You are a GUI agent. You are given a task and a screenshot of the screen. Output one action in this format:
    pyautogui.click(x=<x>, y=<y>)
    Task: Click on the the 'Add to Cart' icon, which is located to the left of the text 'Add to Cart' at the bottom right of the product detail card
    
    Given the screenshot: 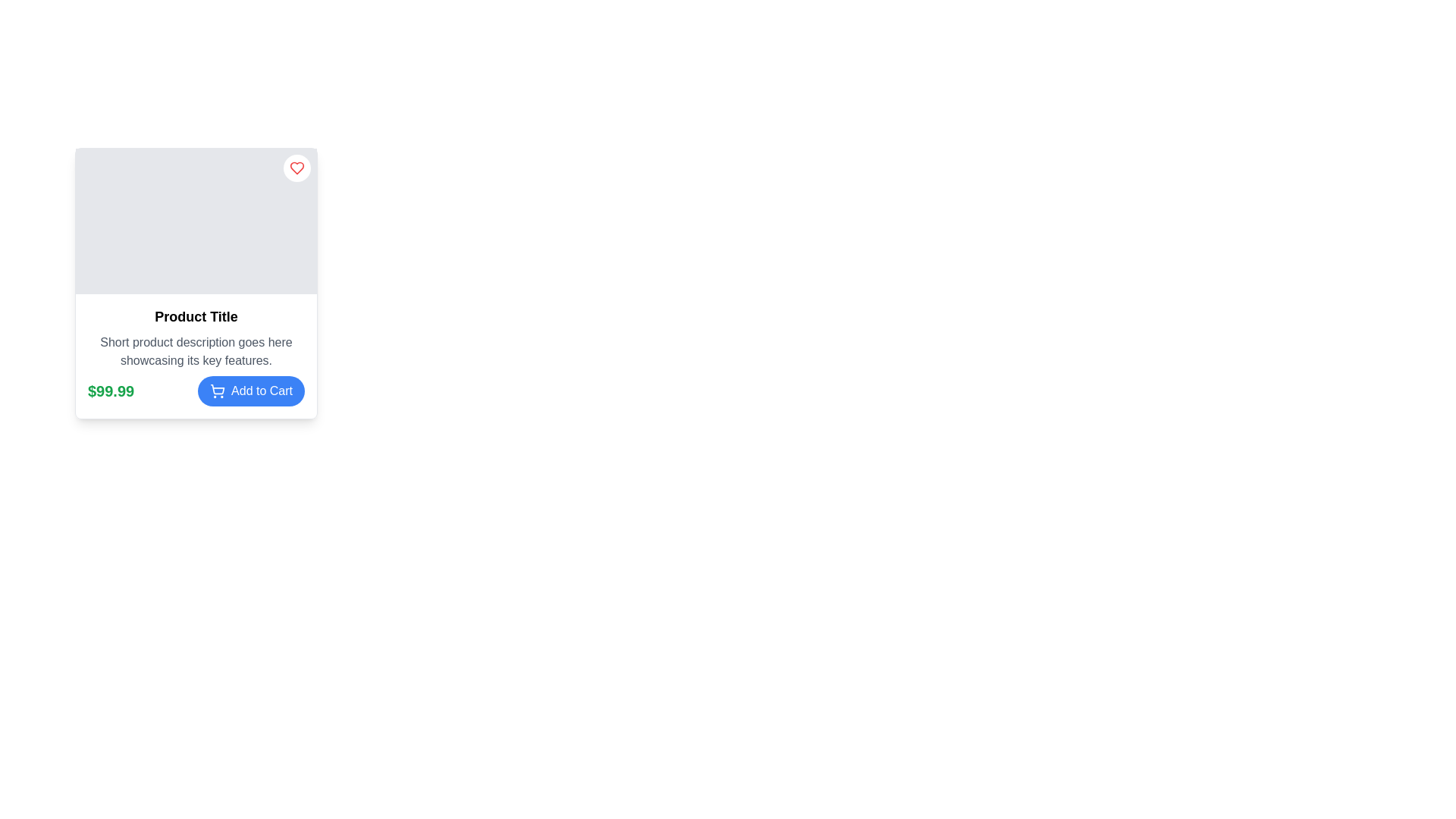 What is the action you would take?
    pyautogui.click(x=217, y=391)
    